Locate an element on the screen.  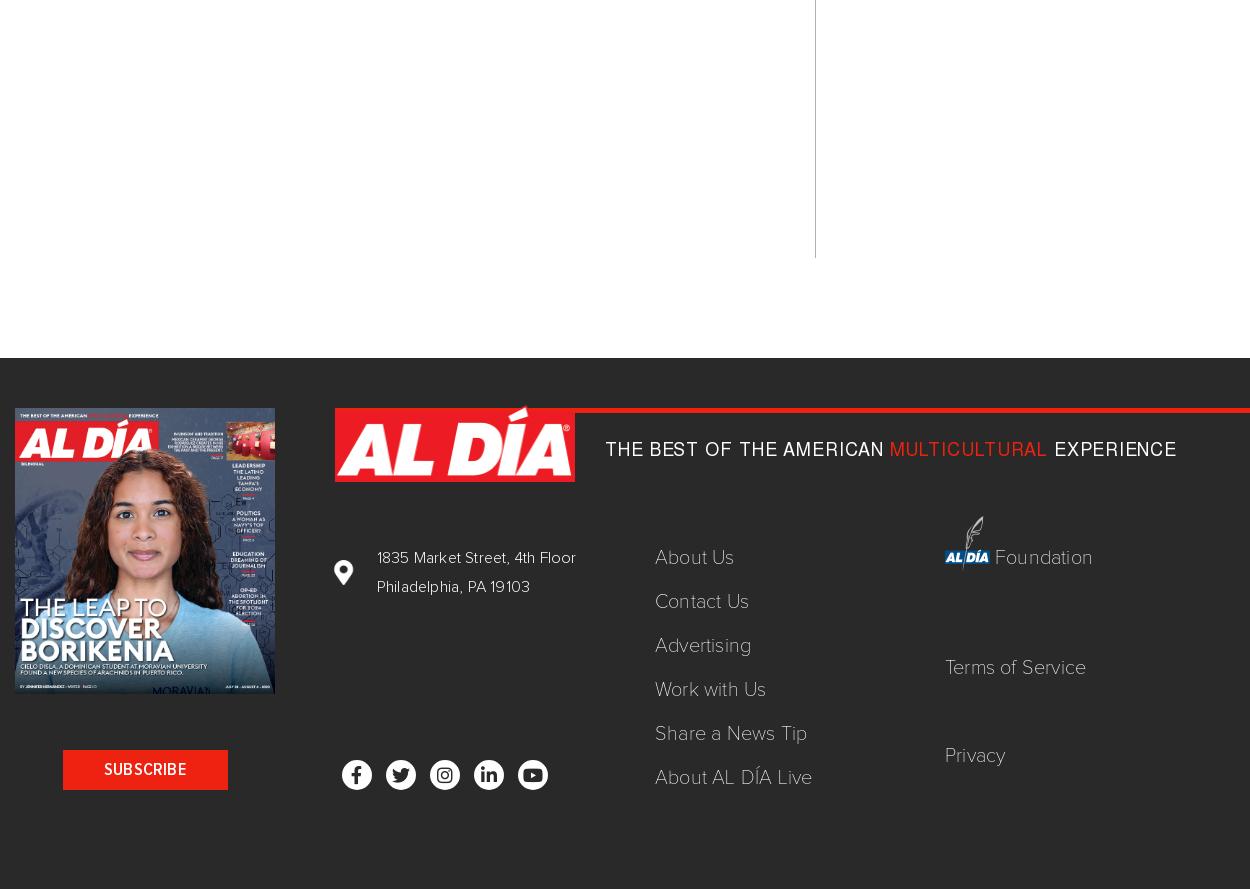
'1835 Market Street, 4th Floor' is located at coordinates (475, 556).